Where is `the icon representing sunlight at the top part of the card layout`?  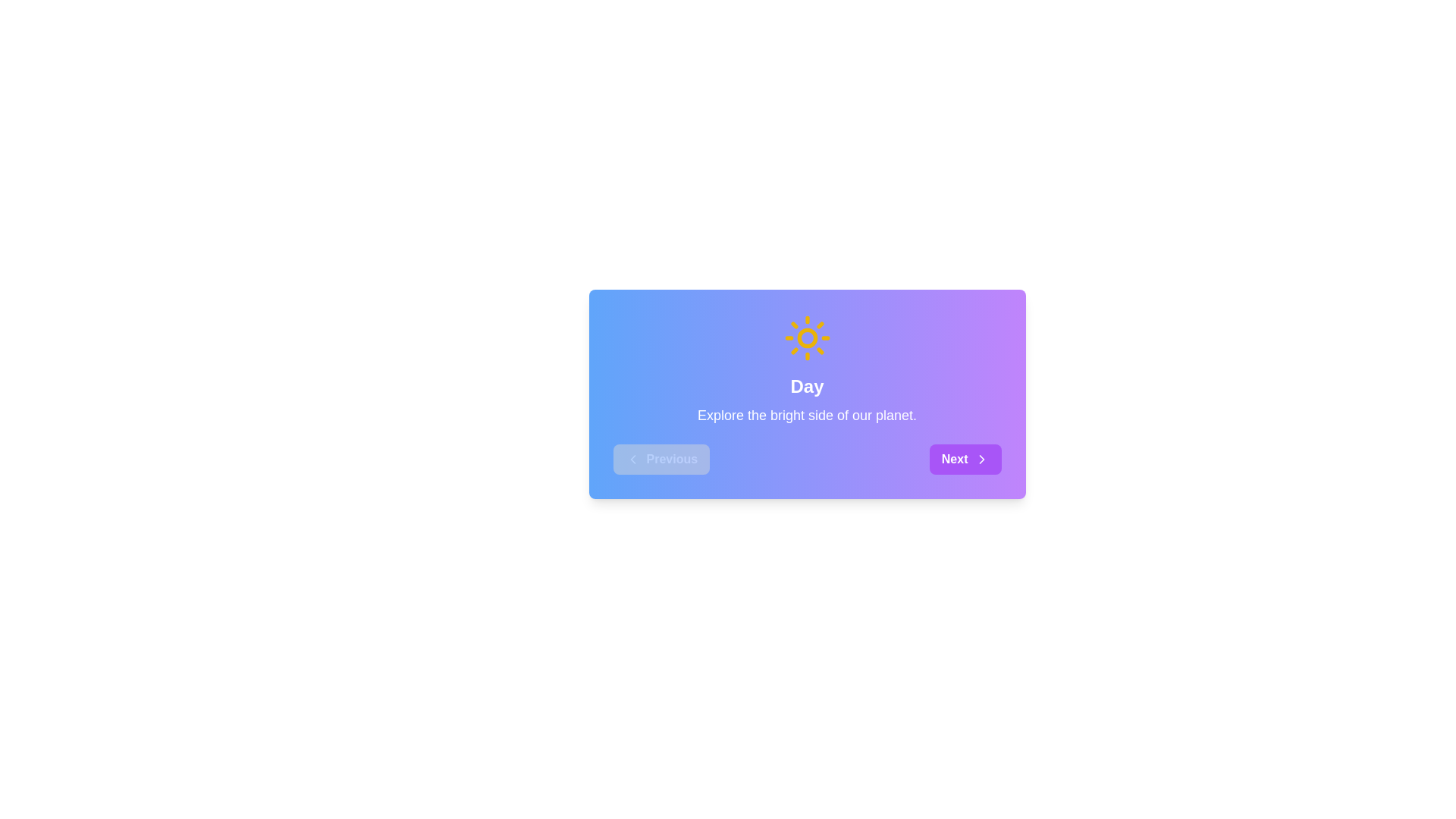
the icon representing sunlight at the top part of the card layout is located at coordinates (806, 337).